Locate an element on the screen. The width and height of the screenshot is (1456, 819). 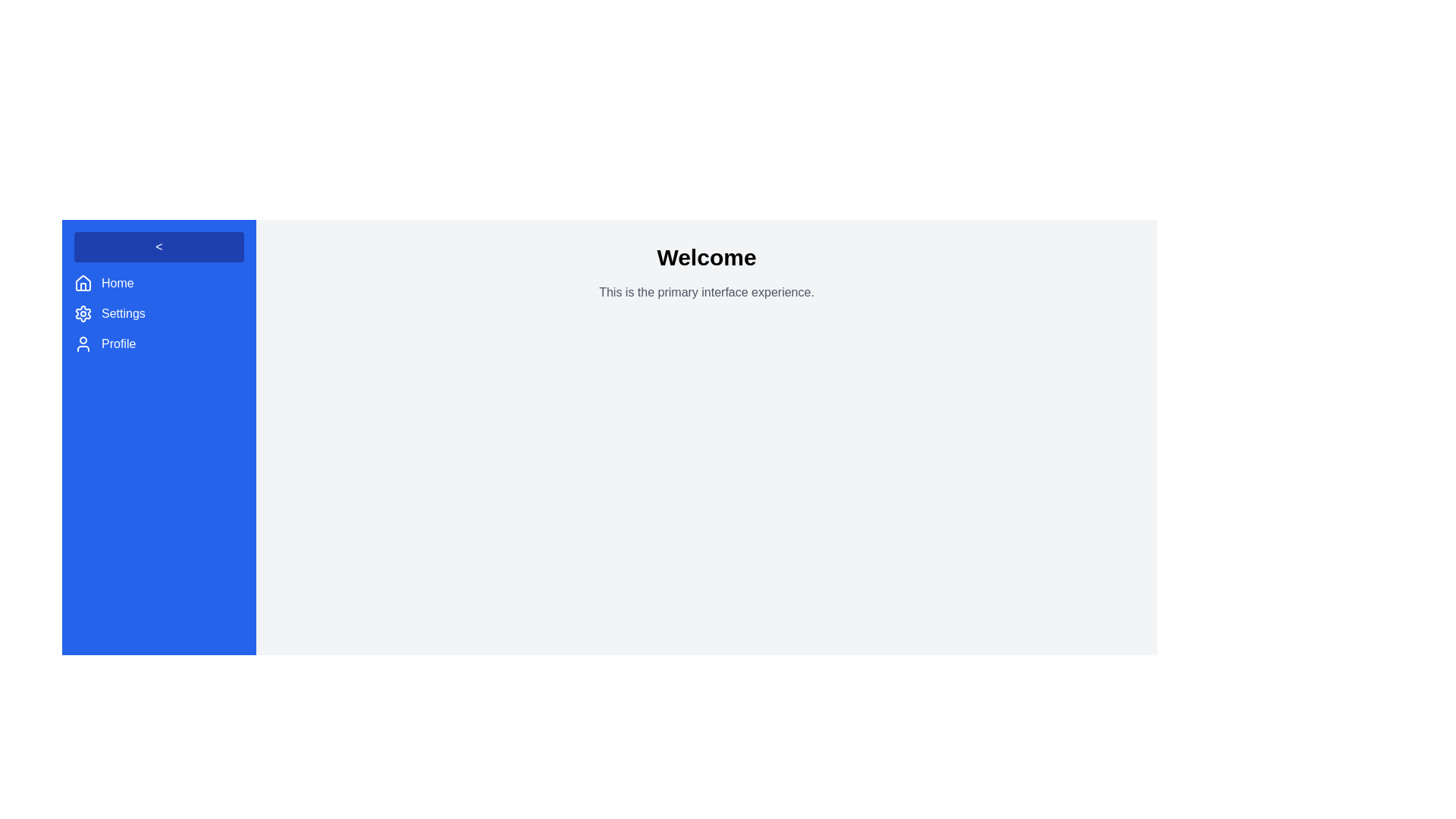
the 'Profile' text label in the vertical navigation bar, which indicates profile-related settings or information is located at coordinates (118, 344).